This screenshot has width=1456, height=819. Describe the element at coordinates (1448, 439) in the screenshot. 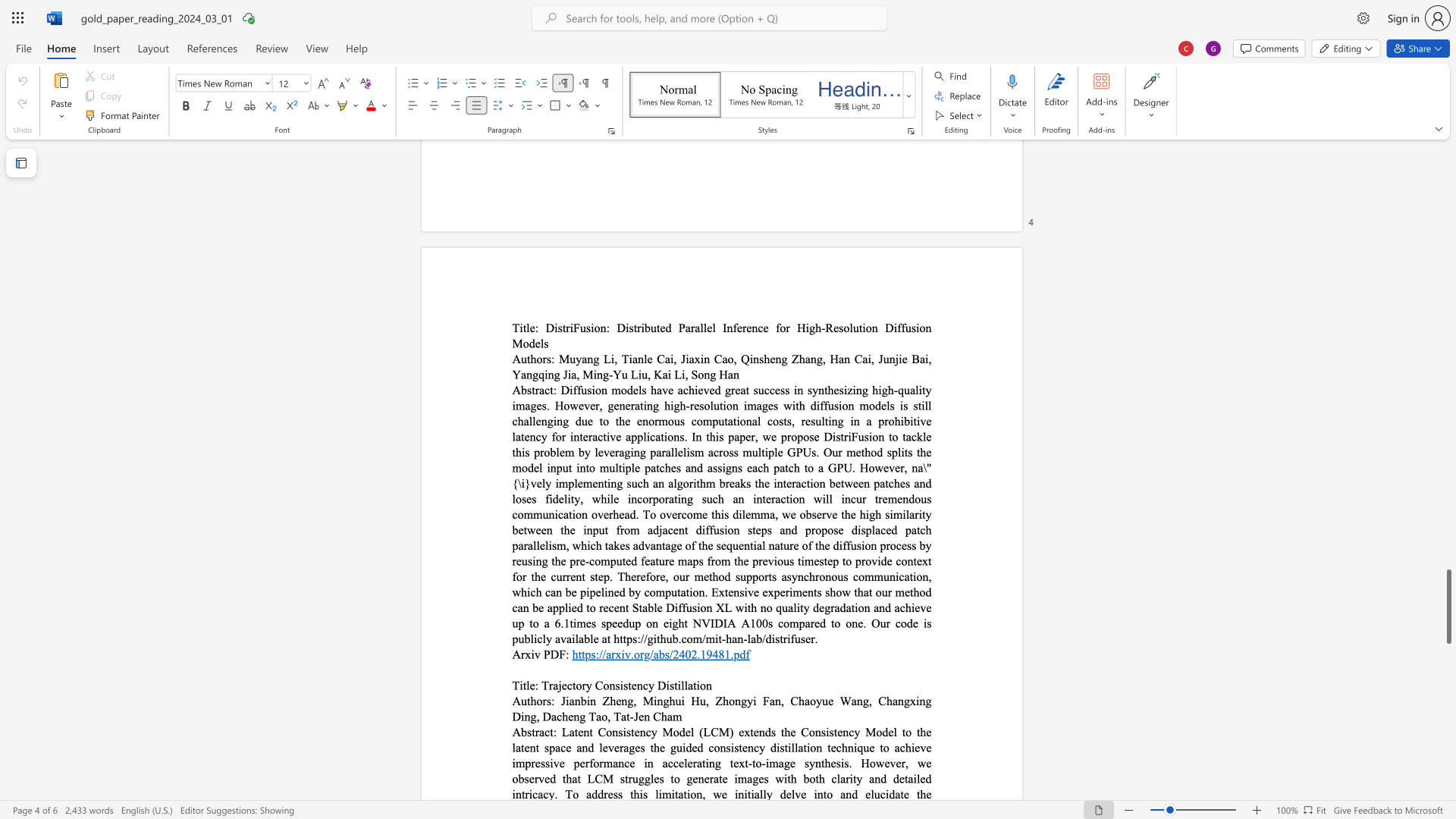

I see `the right-hand scrollbar to ascend the page` at that location.